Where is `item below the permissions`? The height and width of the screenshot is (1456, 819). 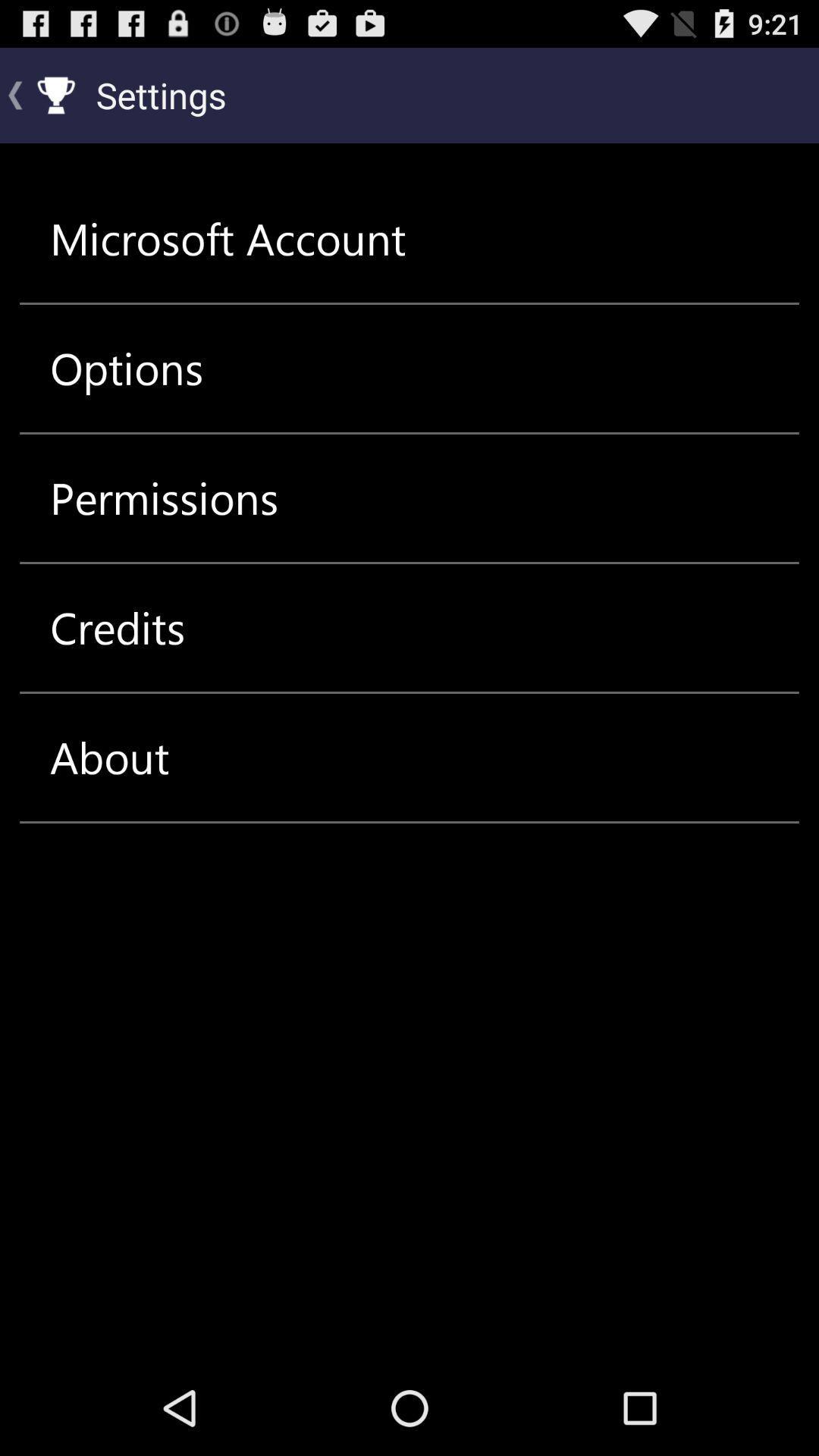 item below the permissions is located at coordinates (117, 628).